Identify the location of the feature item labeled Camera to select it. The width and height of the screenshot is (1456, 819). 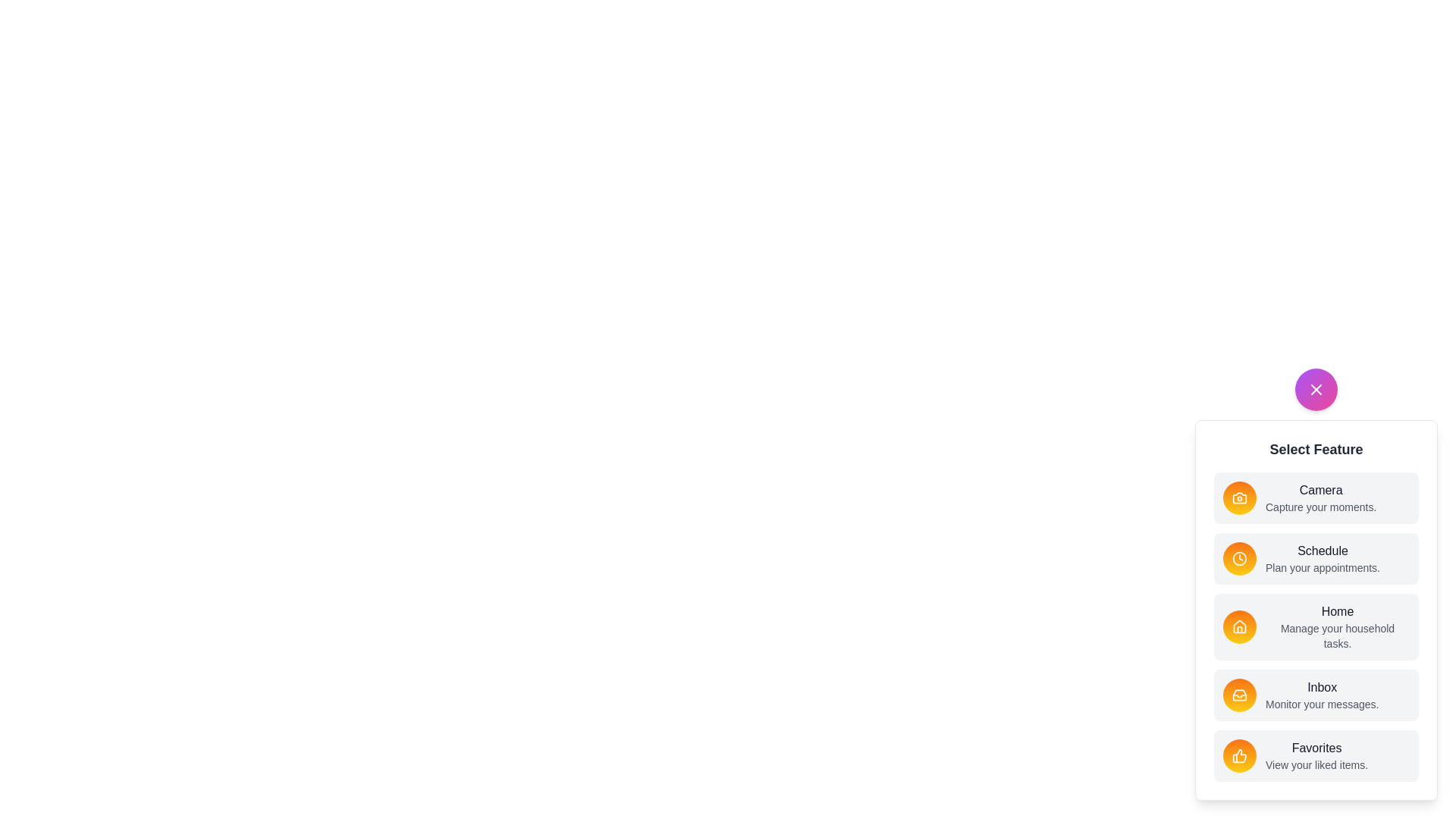
(1316, 497).